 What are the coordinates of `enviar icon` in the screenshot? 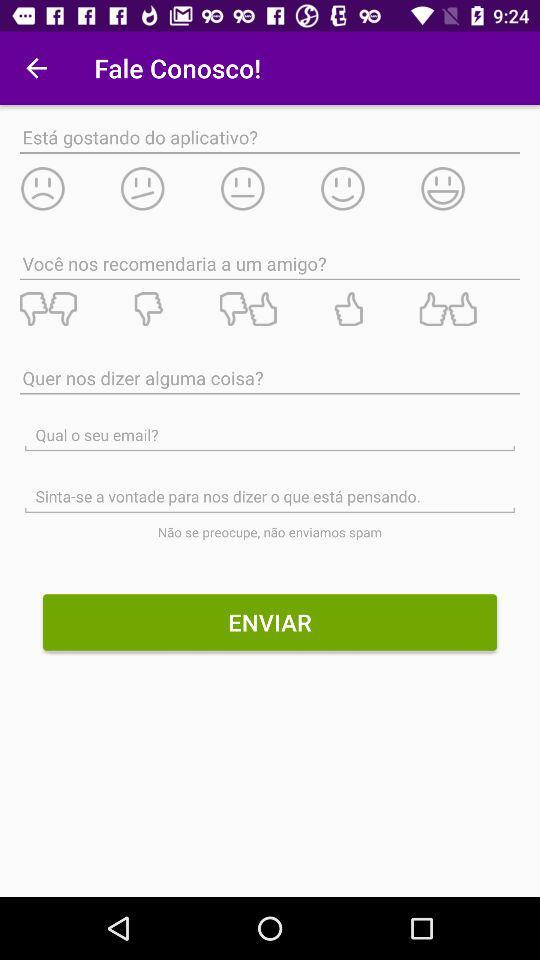 It's located at (270, 621).